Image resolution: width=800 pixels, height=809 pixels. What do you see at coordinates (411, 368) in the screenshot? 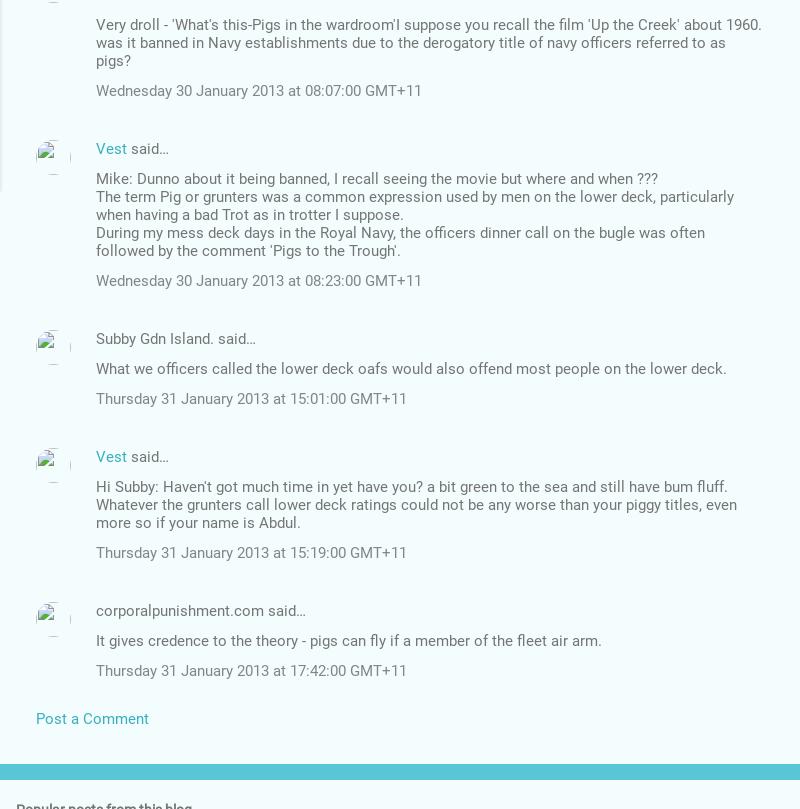
I see `'What we officers called the lower deck oafs would also offend most people on the lower deck.'` at bounding box center [411, 368].